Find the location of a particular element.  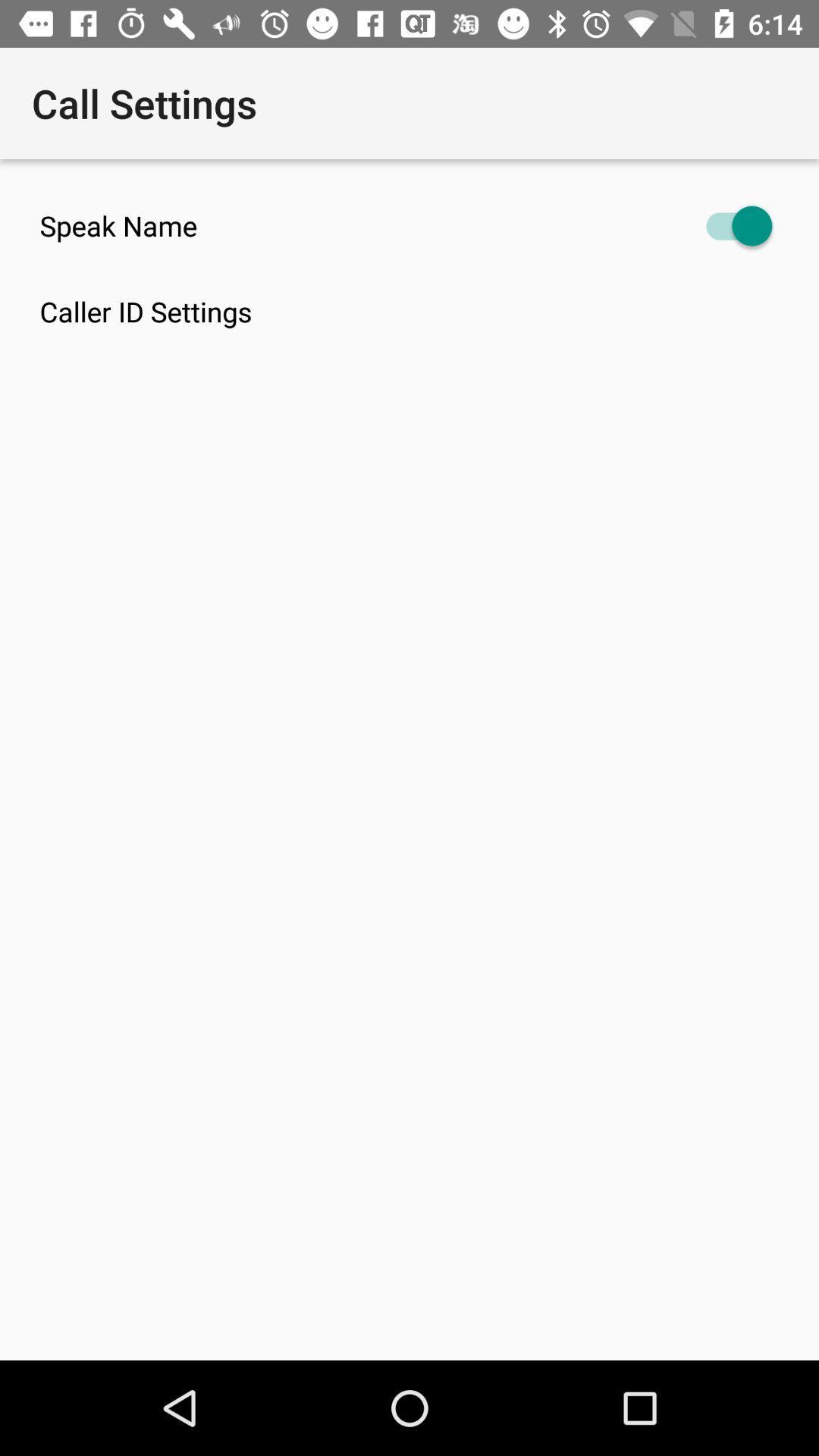

speak name is located at coordinates (409, 225).